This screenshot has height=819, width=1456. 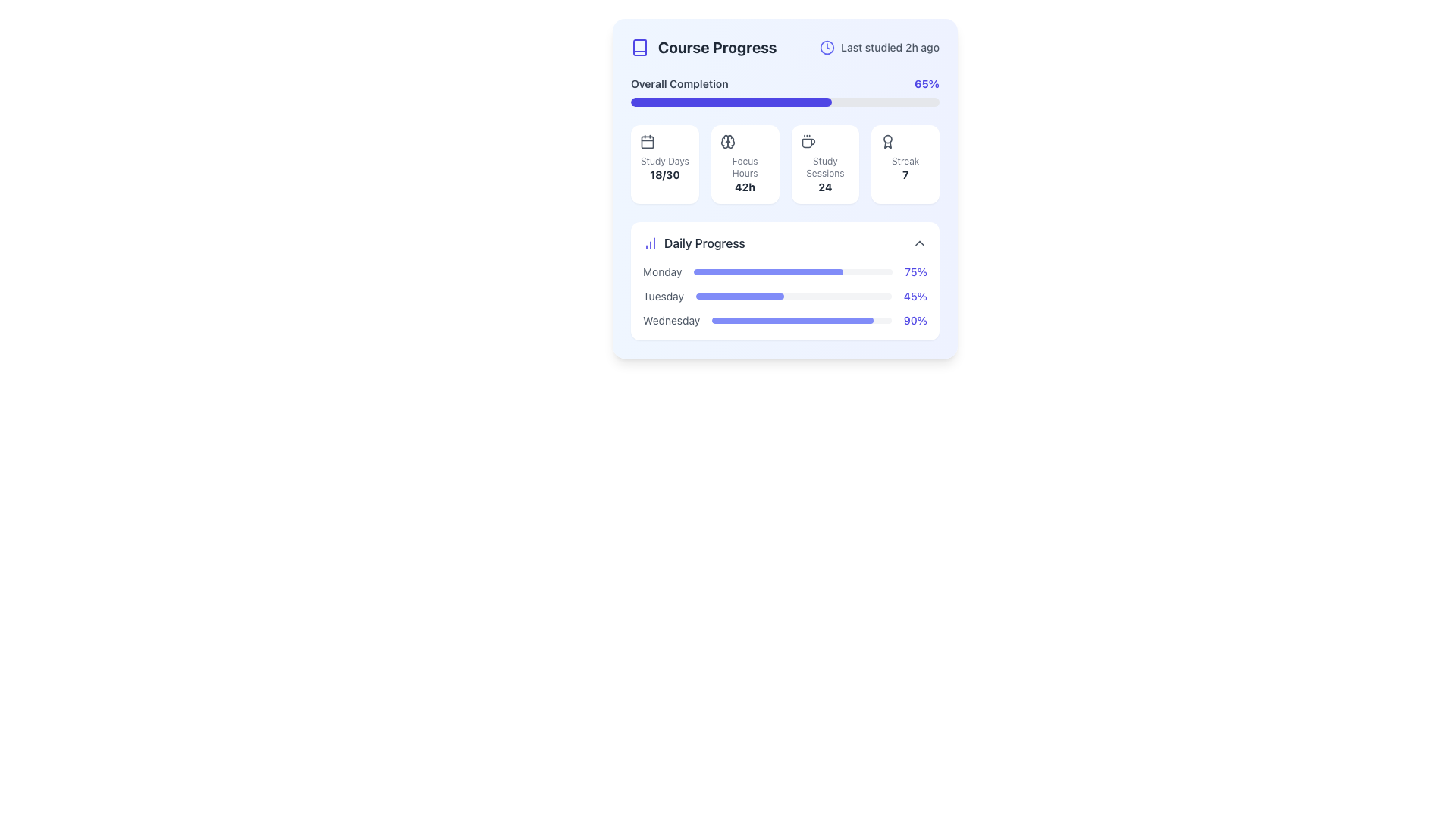 What do you see at coordinates (880, 46) in the screenshot?
I see `the text element displaying 'Last studied 2h ago' with a clock icon in the top right corner of the 'Course Progress' section` at bounding box center [880, 46].